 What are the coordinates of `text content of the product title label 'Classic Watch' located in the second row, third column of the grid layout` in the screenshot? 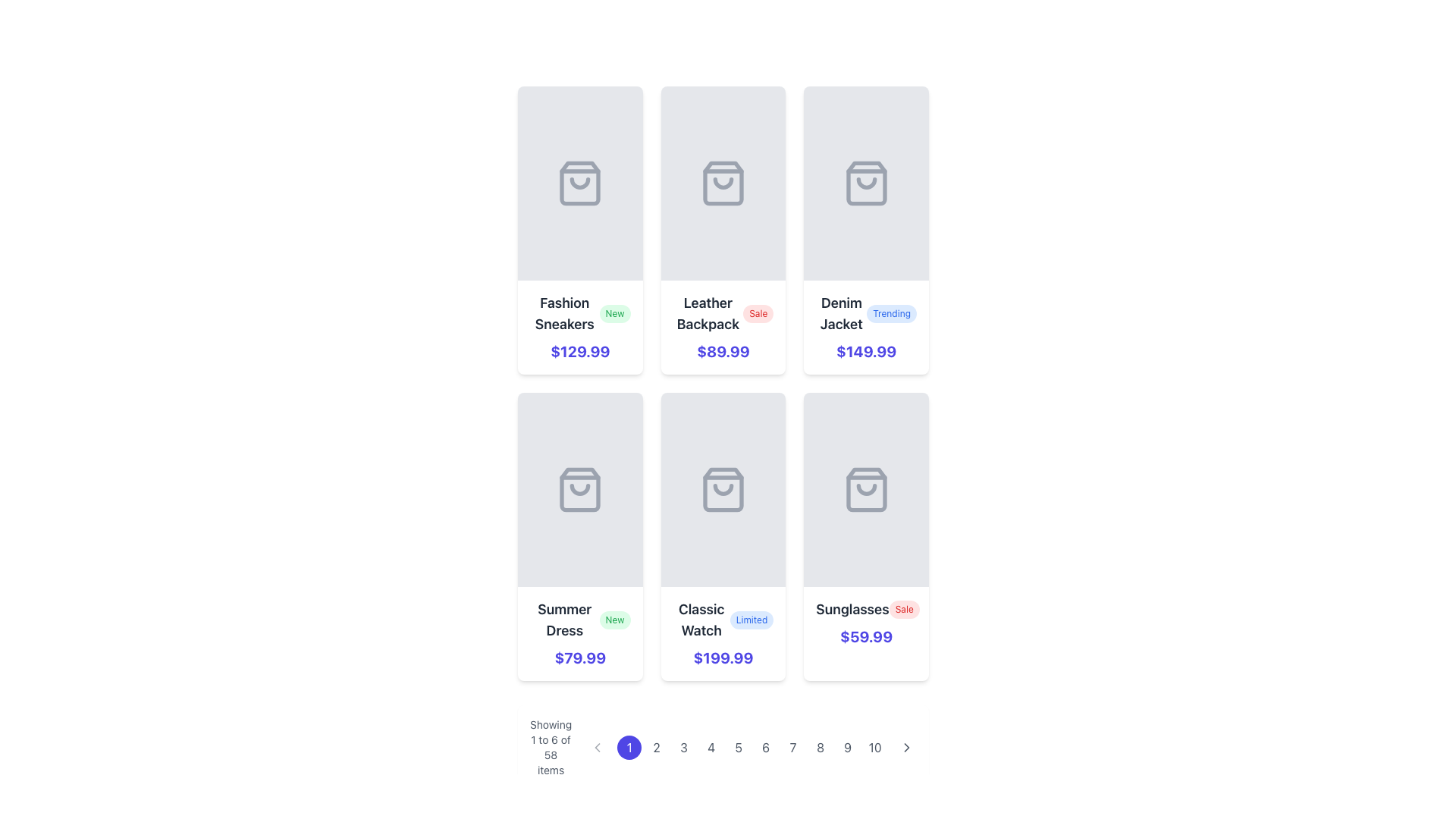 It's located at (701, 620).